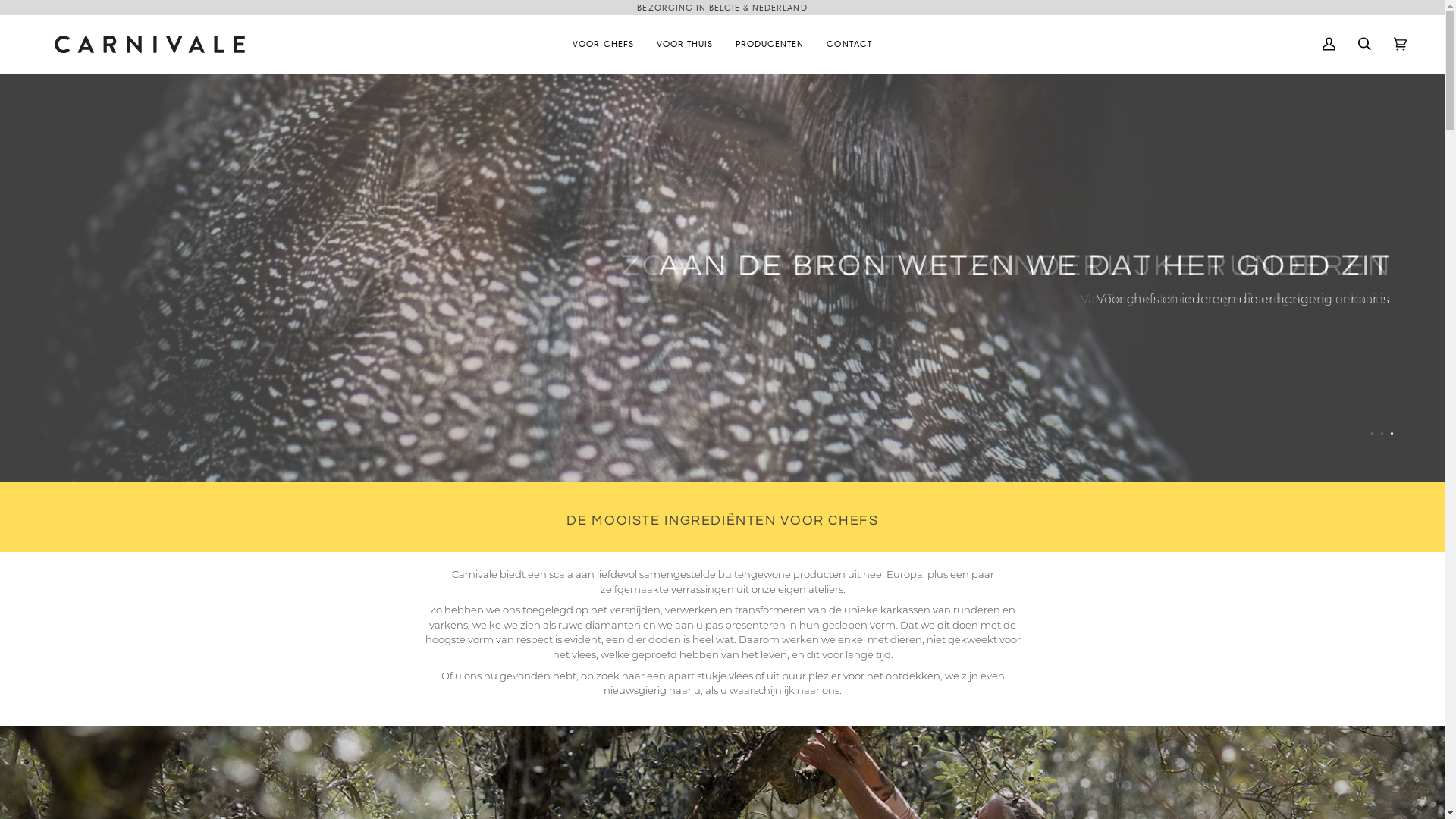 This screenshot has width=1456, height=819. I want to click on 'Zoek', so click(1364, 43).